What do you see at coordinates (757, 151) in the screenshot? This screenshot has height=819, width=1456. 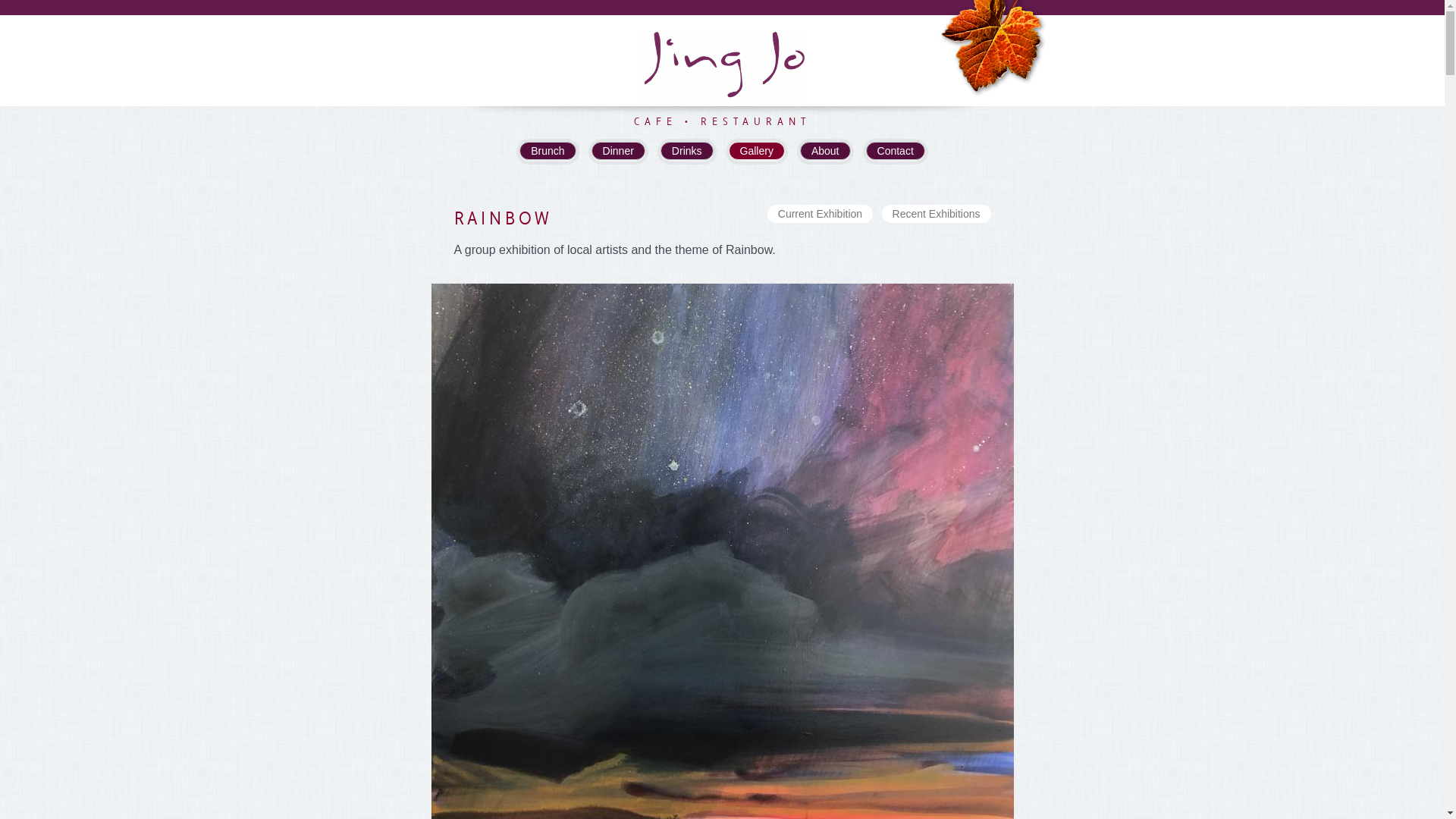 I see `'Gallery'` at bounding box center [757, 151].